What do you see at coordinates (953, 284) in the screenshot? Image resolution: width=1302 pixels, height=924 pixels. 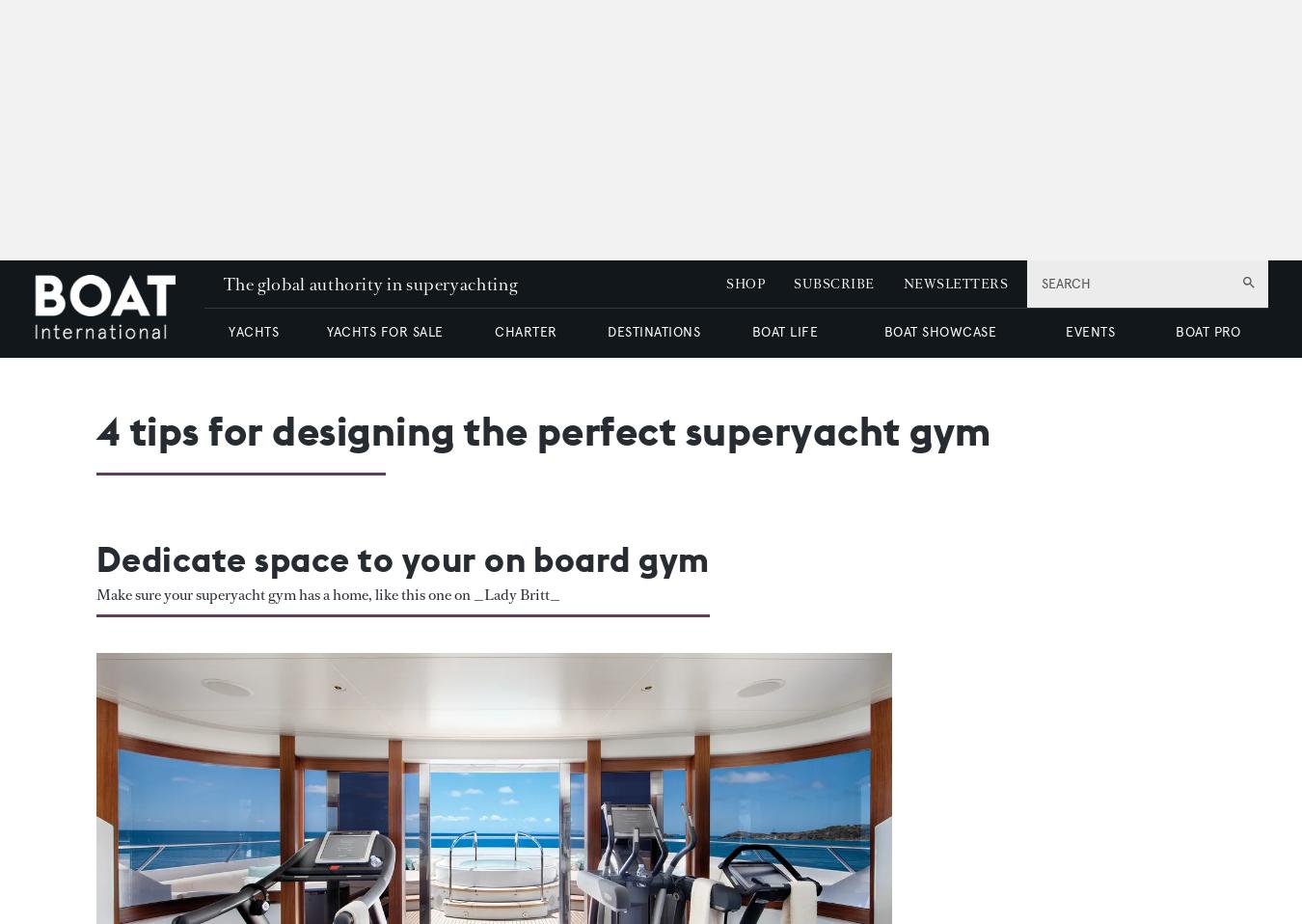 I see `'NEWSLETTERS'` at bounding box center [953, 284].